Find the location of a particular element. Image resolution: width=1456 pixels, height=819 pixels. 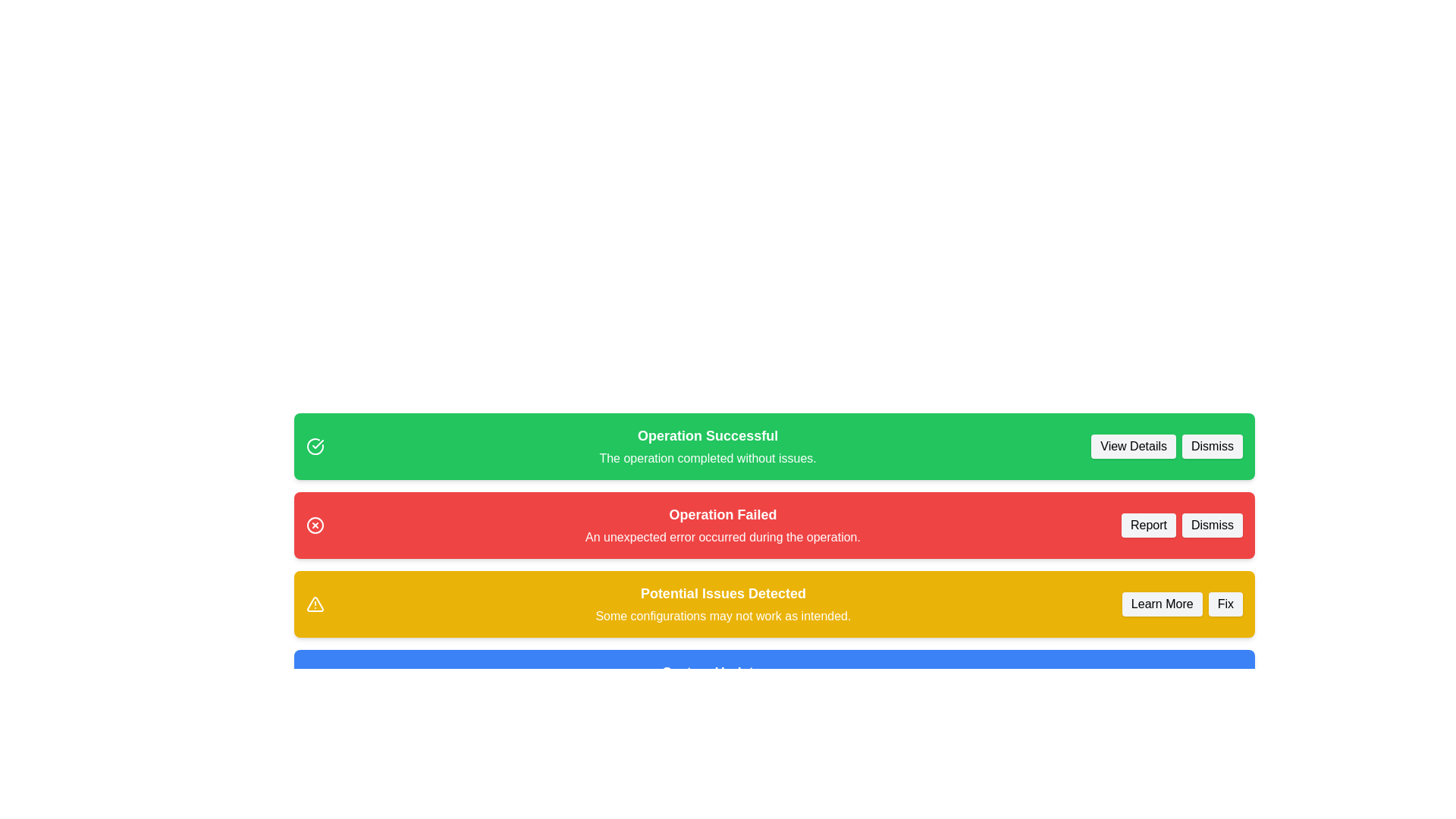

the visual status of the error icon located at the leftmost side of the red alert box labeled 'Operation Failed' is located at coordinates (315, 525).